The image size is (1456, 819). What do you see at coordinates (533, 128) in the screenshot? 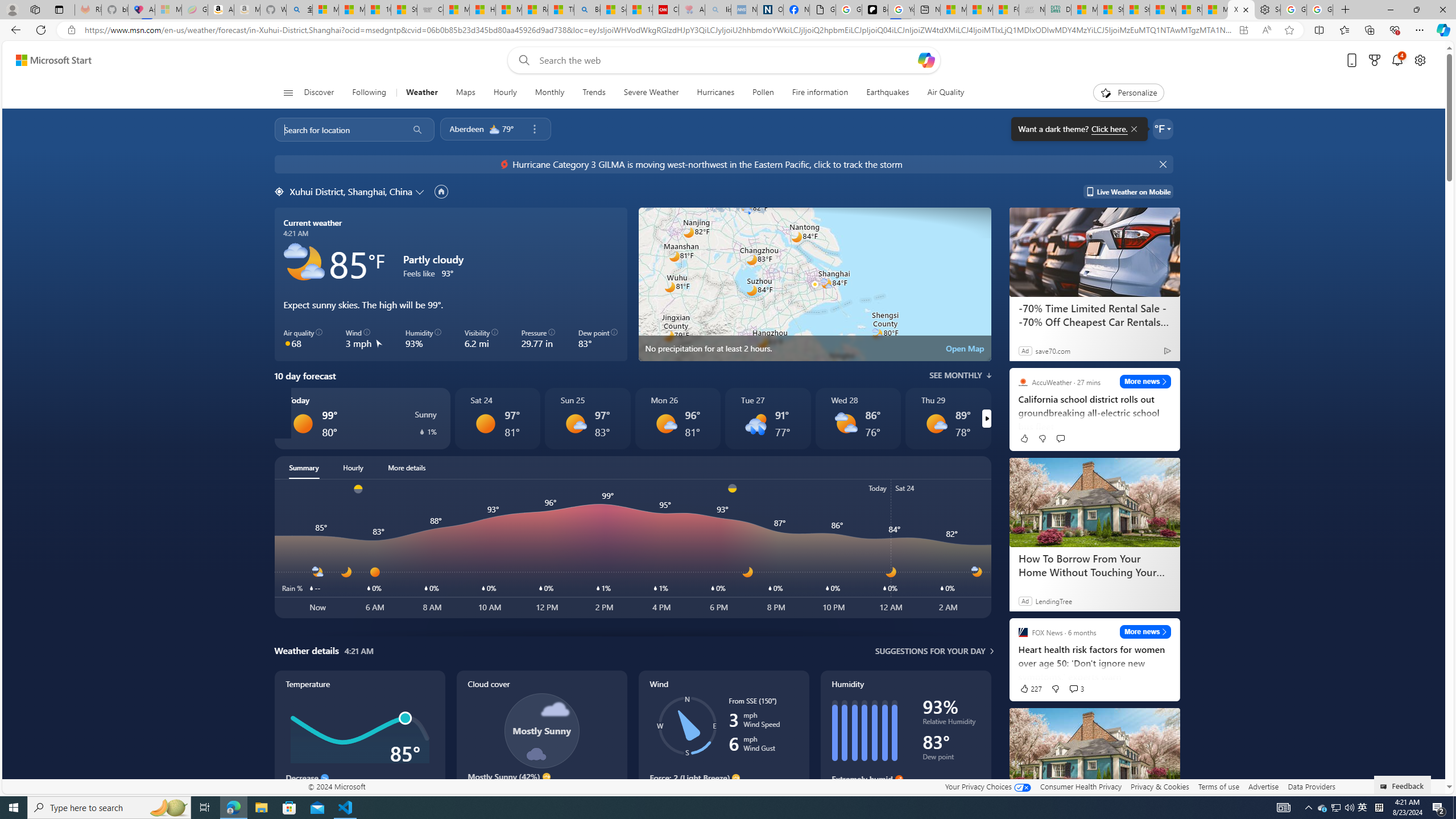
I see `'Remove location'` at bounding box center [533, 128].